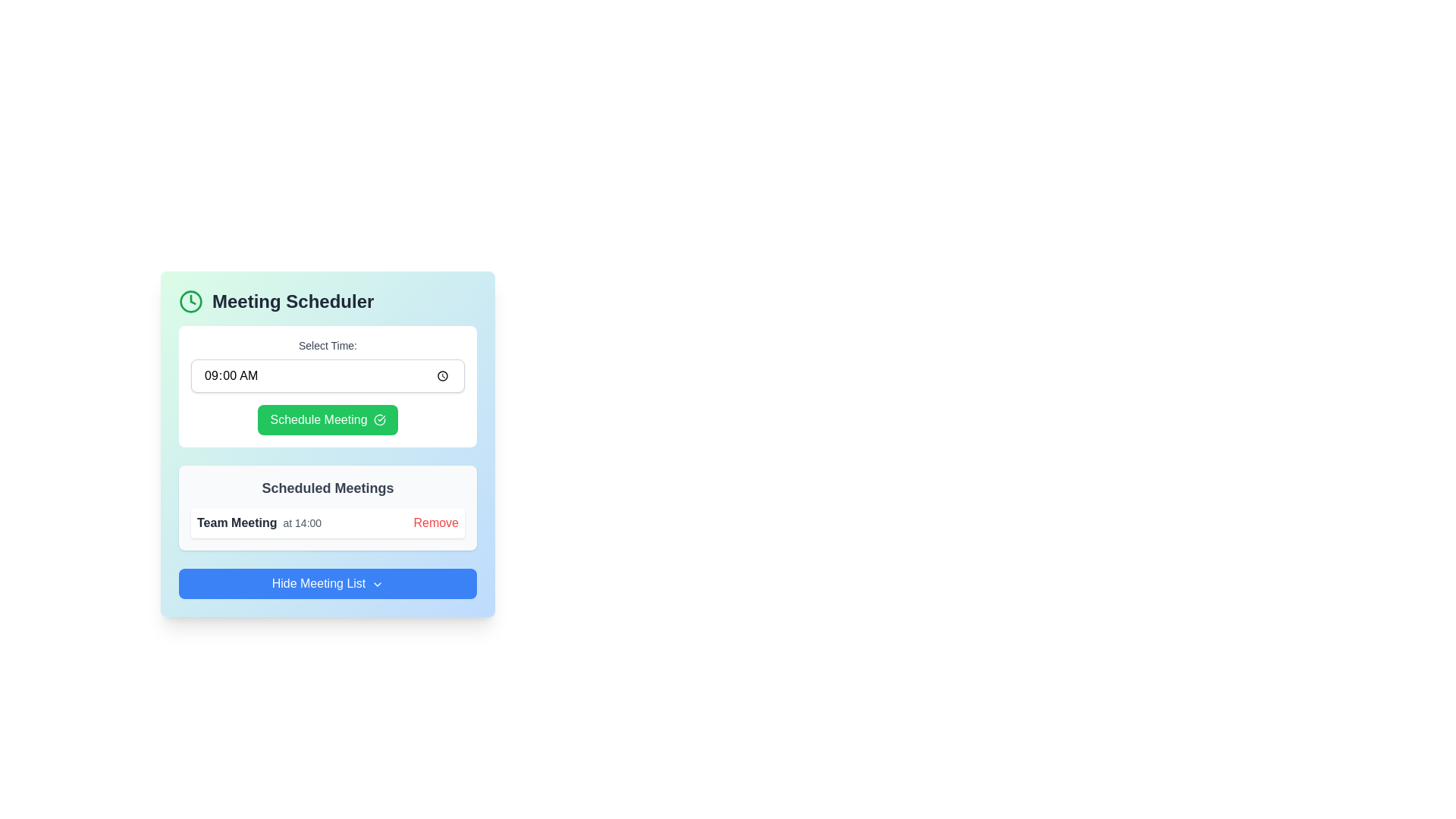 This screenshot has width=1456, height=819. What do you see at coordinates (190, 301) in the screenshot?
I see `the clock icon with a green outline located to the left of the 'Meeting Scheduler' text, which indicates a time-related function` at bounding box center [190, 301].